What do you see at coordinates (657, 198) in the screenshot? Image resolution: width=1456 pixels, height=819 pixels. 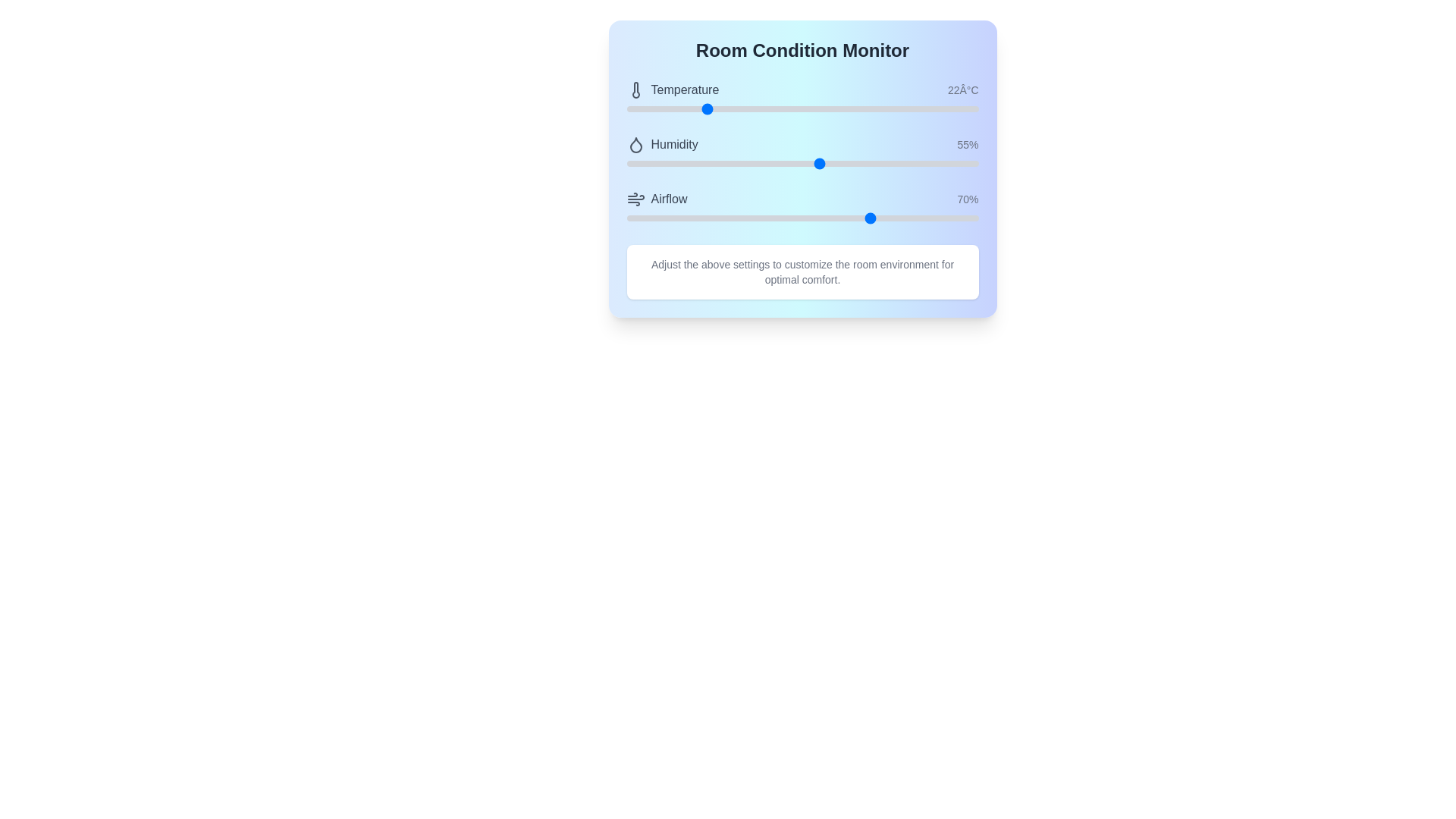 I see `the 'Airflow' label with the adjacent wind pattern icon, which is located within the 'Room Condition Monitor' card under the 'Humidity' section` at bounding box center [657, 198].